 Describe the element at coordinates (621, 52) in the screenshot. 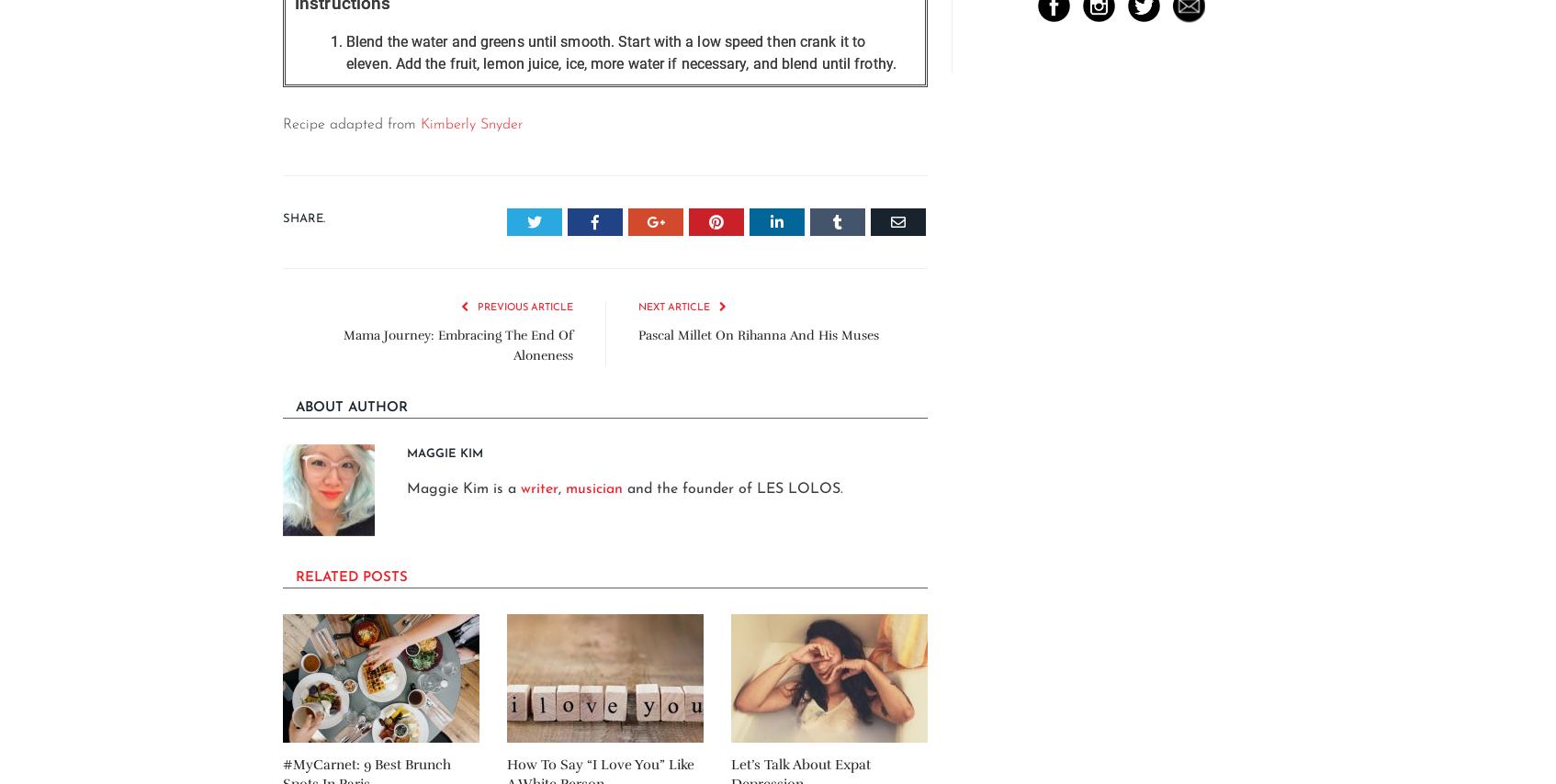

I see `'Blend the water and greens until smooth. Start with a low speed then crank it to eleven. Add the fruit, lemon juice, ice, more water if necessary, and blend until frothy.'` at that location.